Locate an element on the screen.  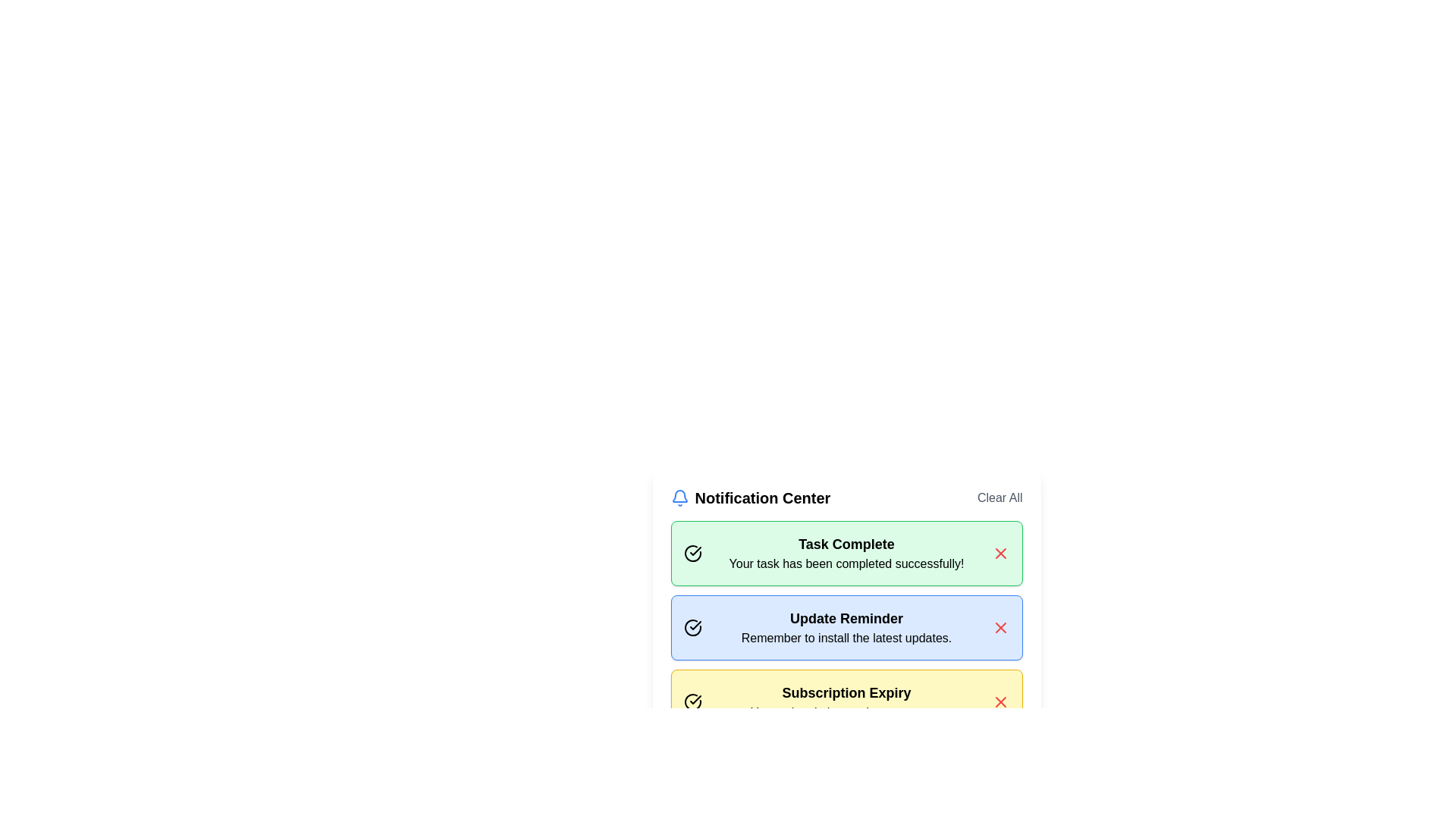
the notification message area that indicates a task has been successfully completed, located in the center of a green box within the notification panel is located at coordinates (846, 553).